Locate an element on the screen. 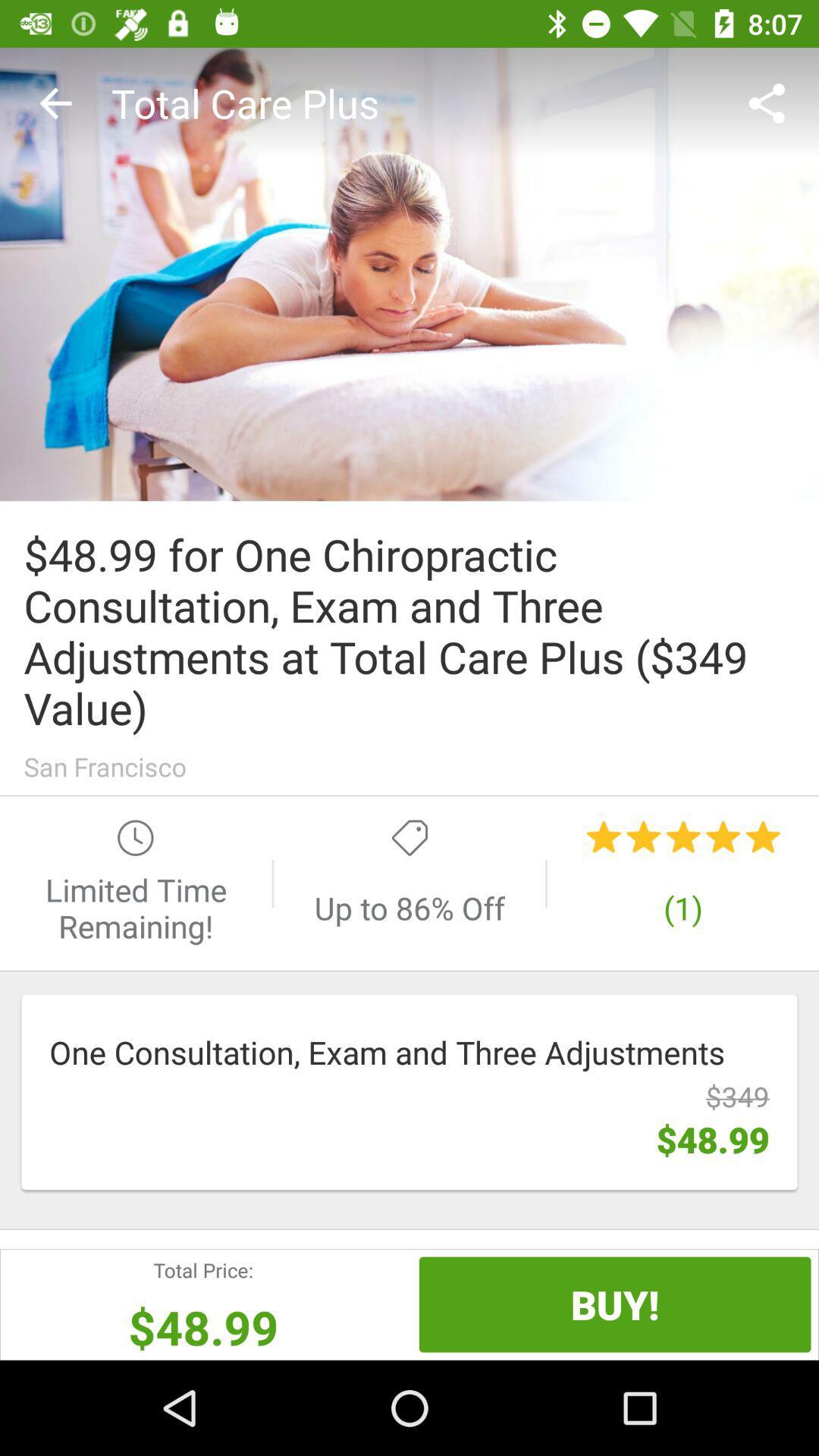  the icon below $48.99 is located at coordinates (615, 1304).